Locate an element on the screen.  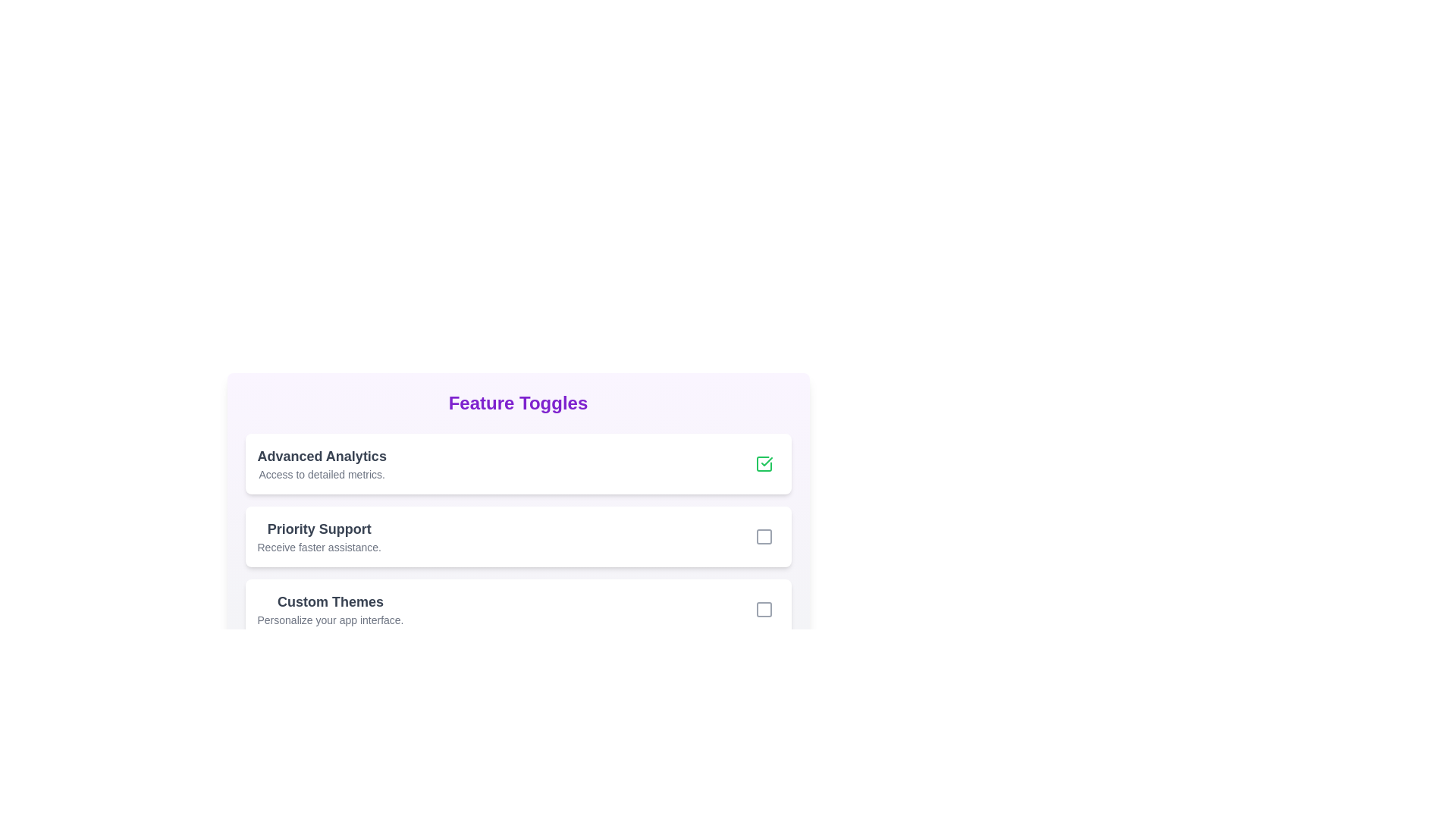
the checkbox with a green checkmark icon located at the right side of the 'Advanced Analytics' card is located at coordinates (764, 463).